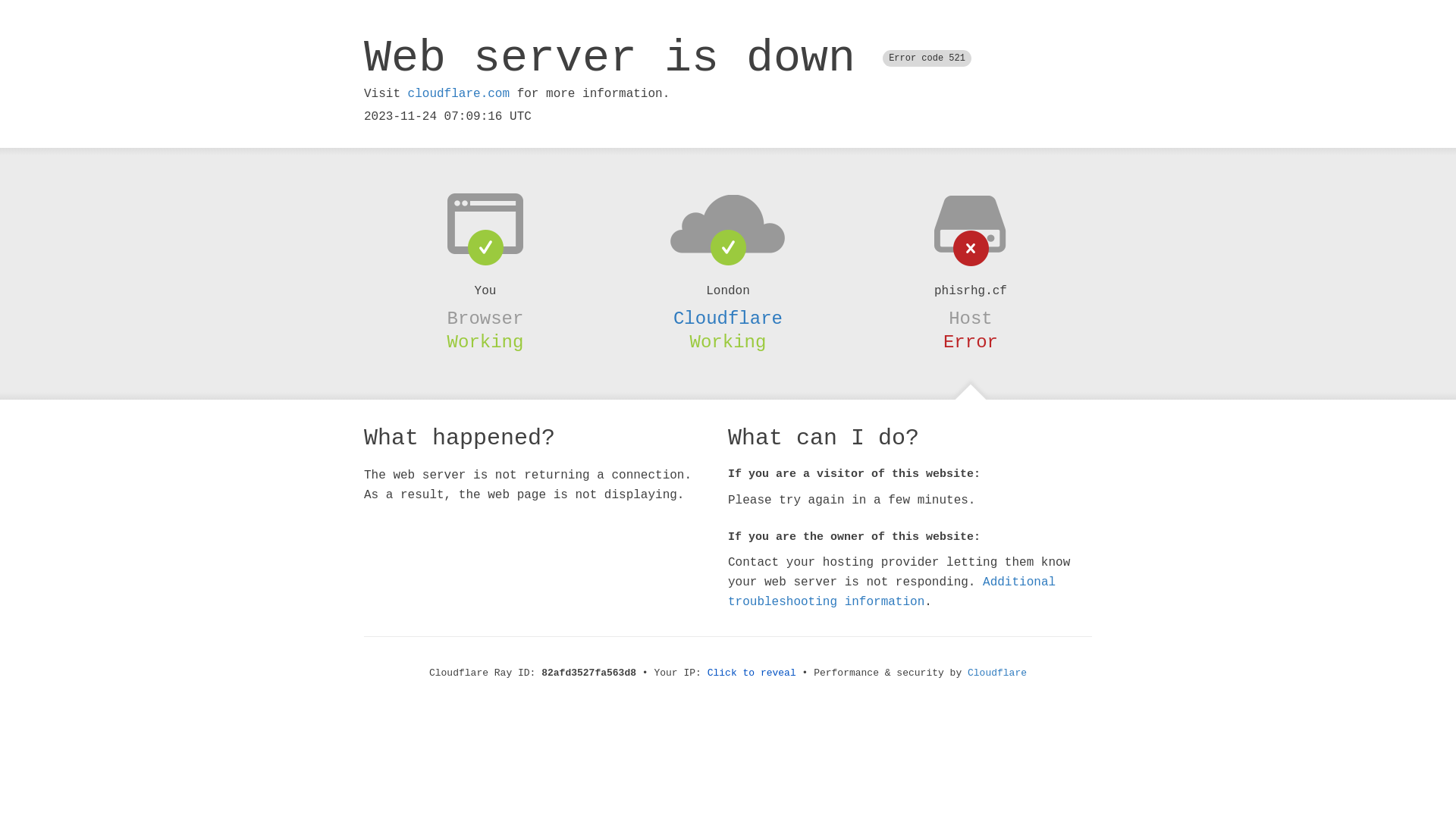 The image size is (1456, 819). Describe the element at coordinates (407, 93) in the screenshot. I see `'cloudflare.com'` at that location.